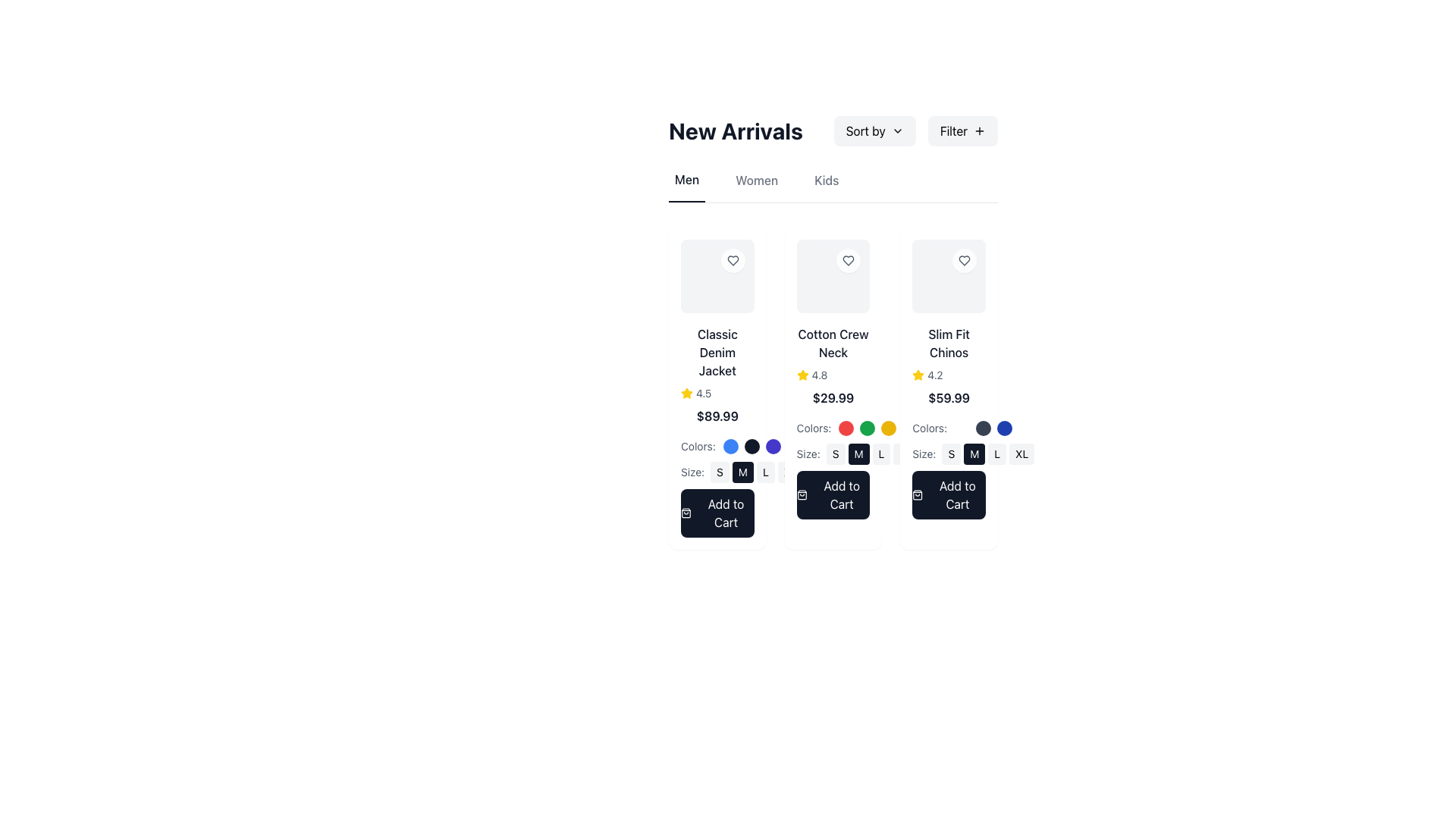 The image size is (1456, 819). Describe the element at coordinates (934, 375) in the screenshot. I see `the text label displaying '4.2' in gray font, located to the right of the yellow star icon in the rating section of the third product card in the 'New Arrivals' section` at that location.